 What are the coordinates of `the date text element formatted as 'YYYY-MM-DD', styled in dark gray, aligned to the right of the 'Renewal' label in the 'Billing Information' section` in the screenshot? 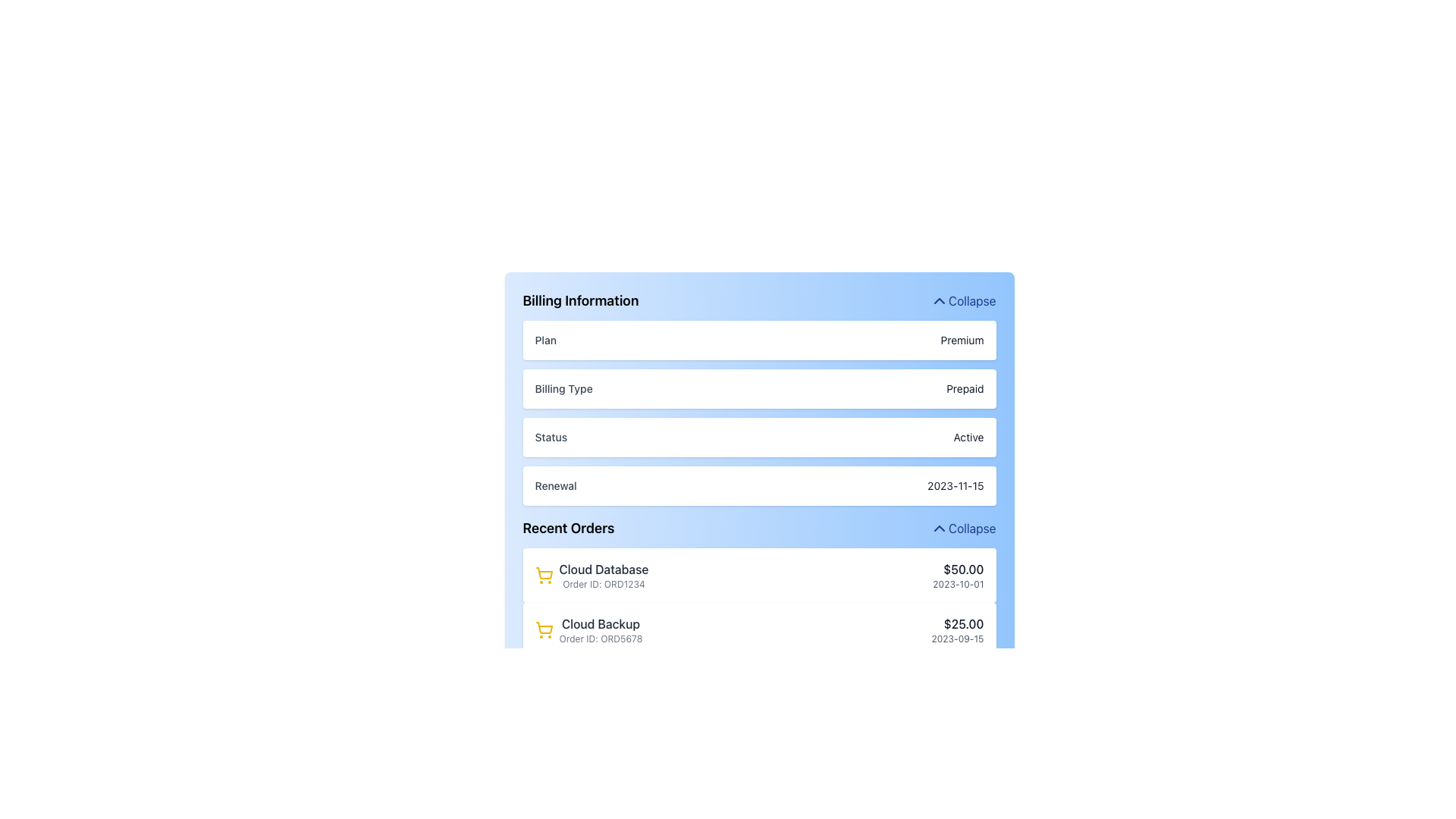 It's located at (955, 485).